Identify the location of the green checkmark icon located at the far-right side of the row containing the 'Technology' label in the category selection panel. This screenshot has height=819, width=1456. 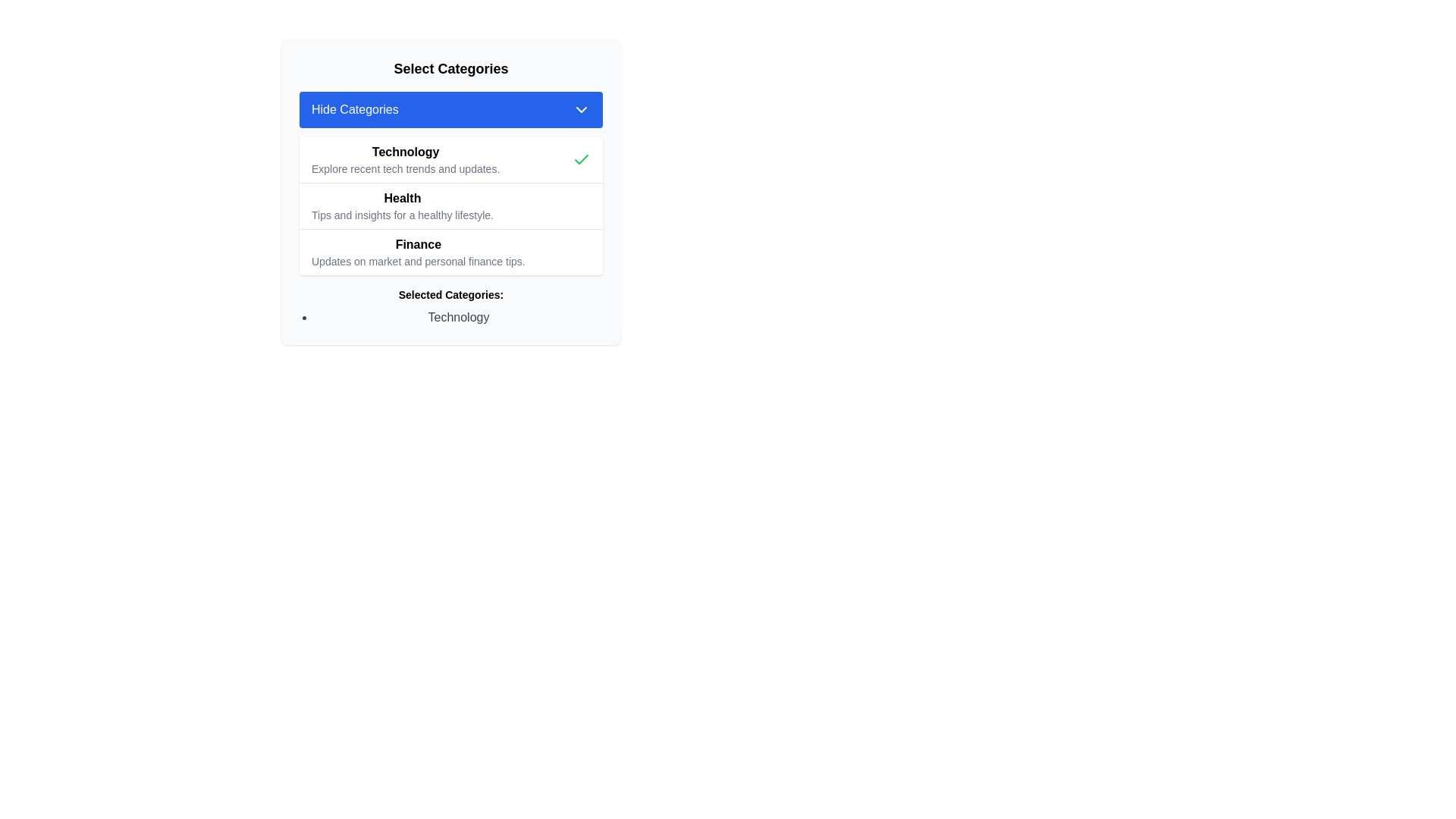
(581, 160).